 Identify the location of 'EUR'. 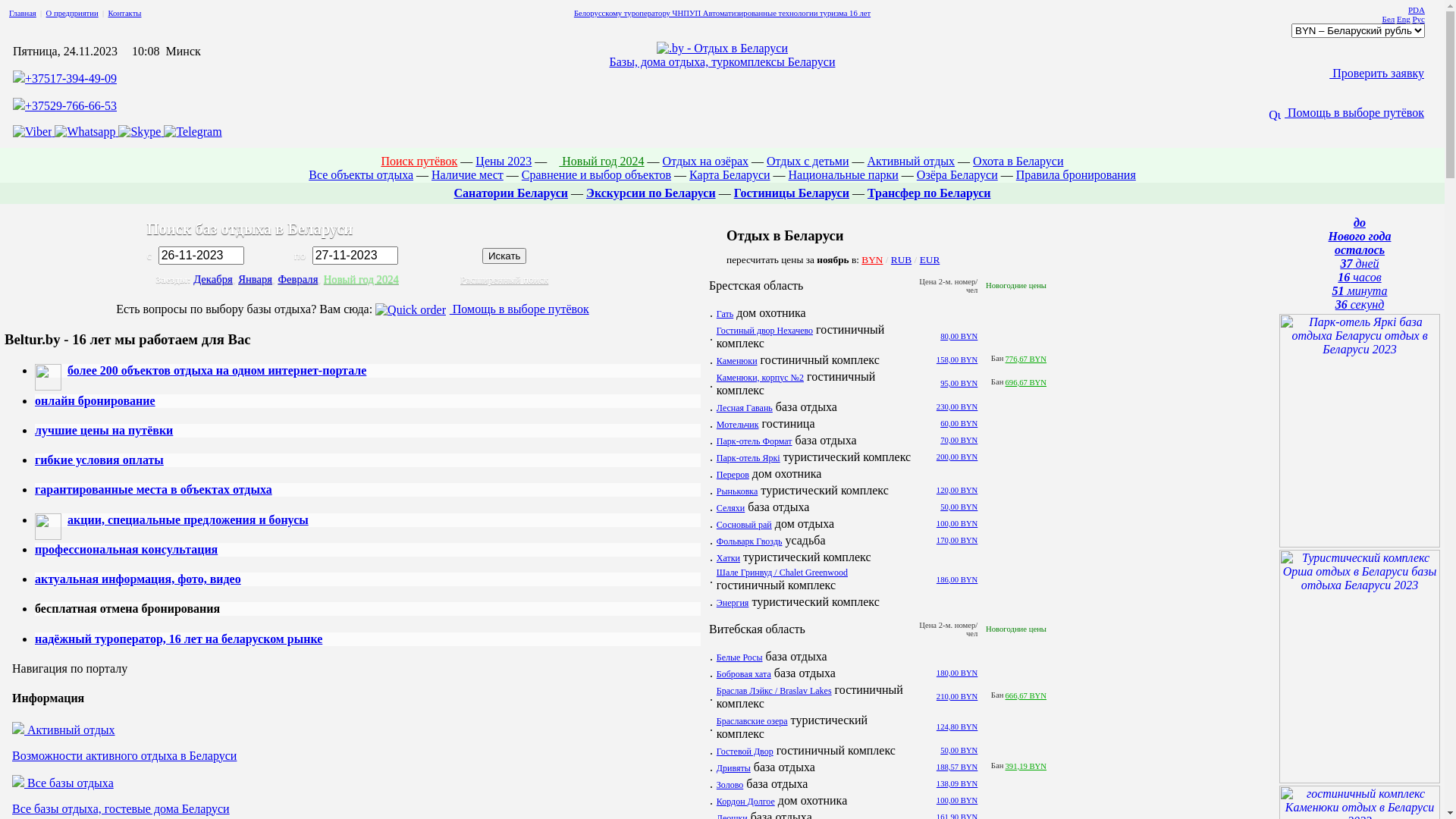
(919, 258).